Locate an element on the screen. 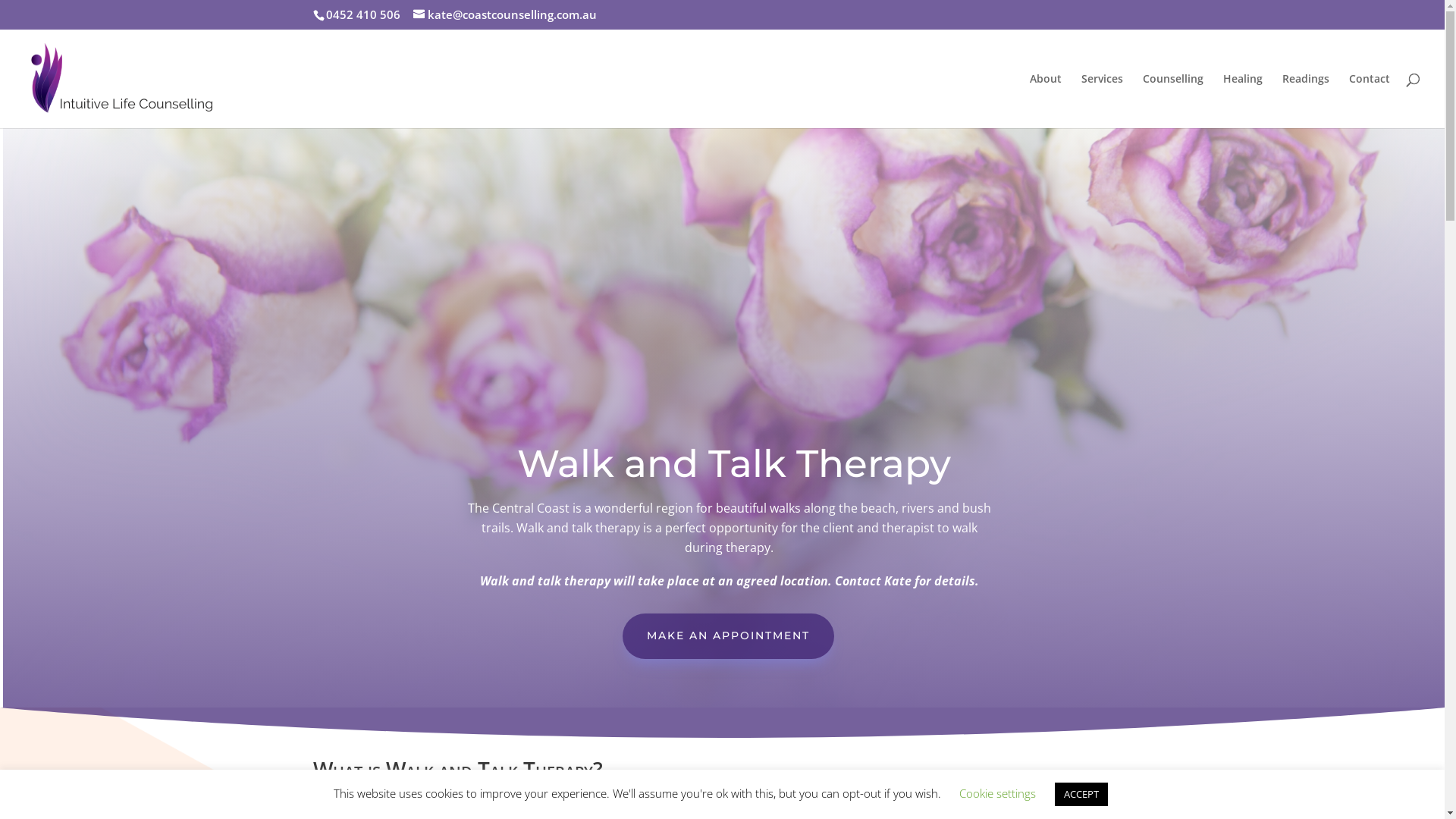  'Contact' is located at coordinates (1349, 99).